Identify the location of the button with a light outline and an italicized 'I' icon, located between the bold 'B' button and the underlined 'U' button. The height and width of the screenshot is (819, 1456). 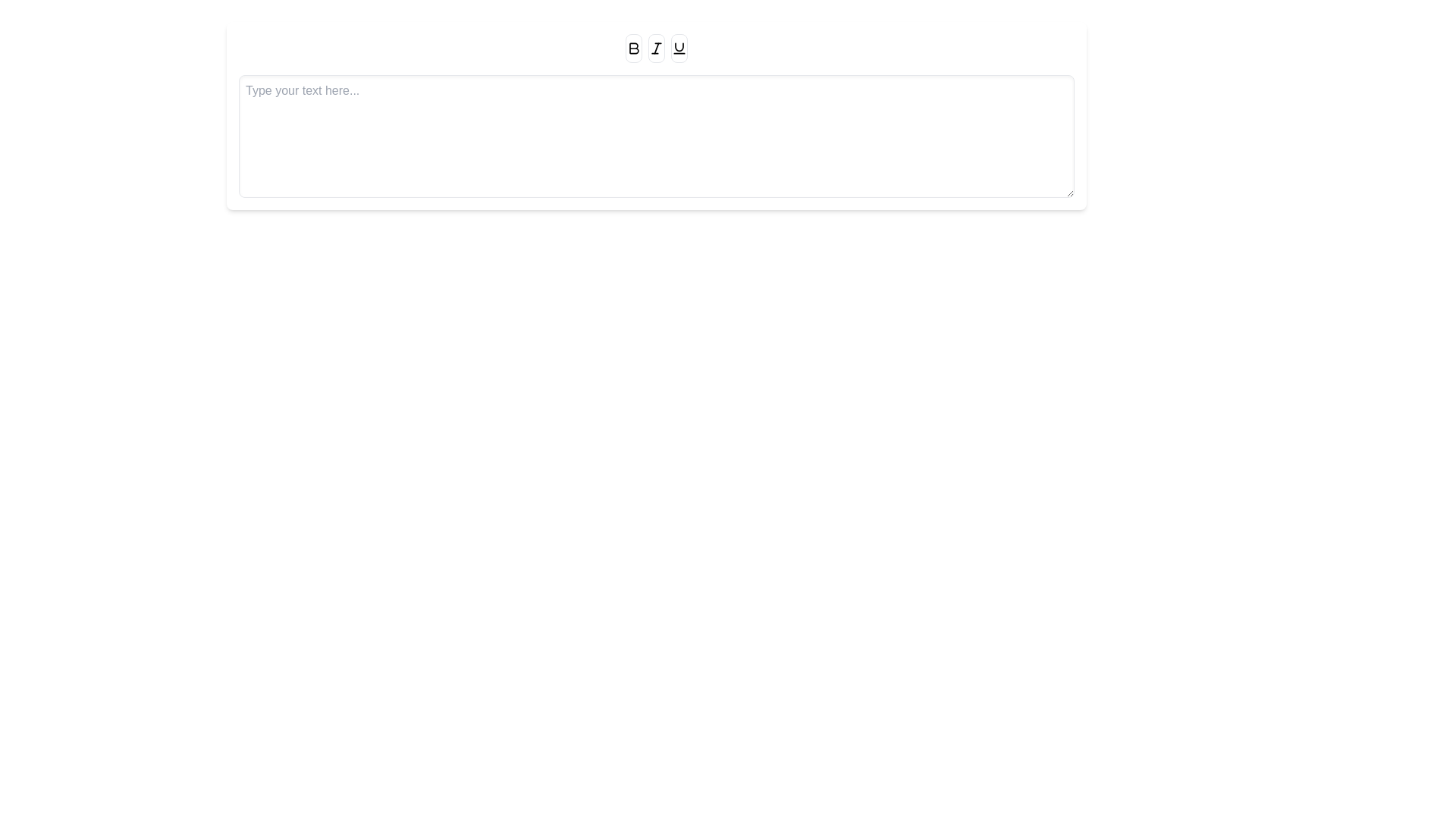
(656, 48).